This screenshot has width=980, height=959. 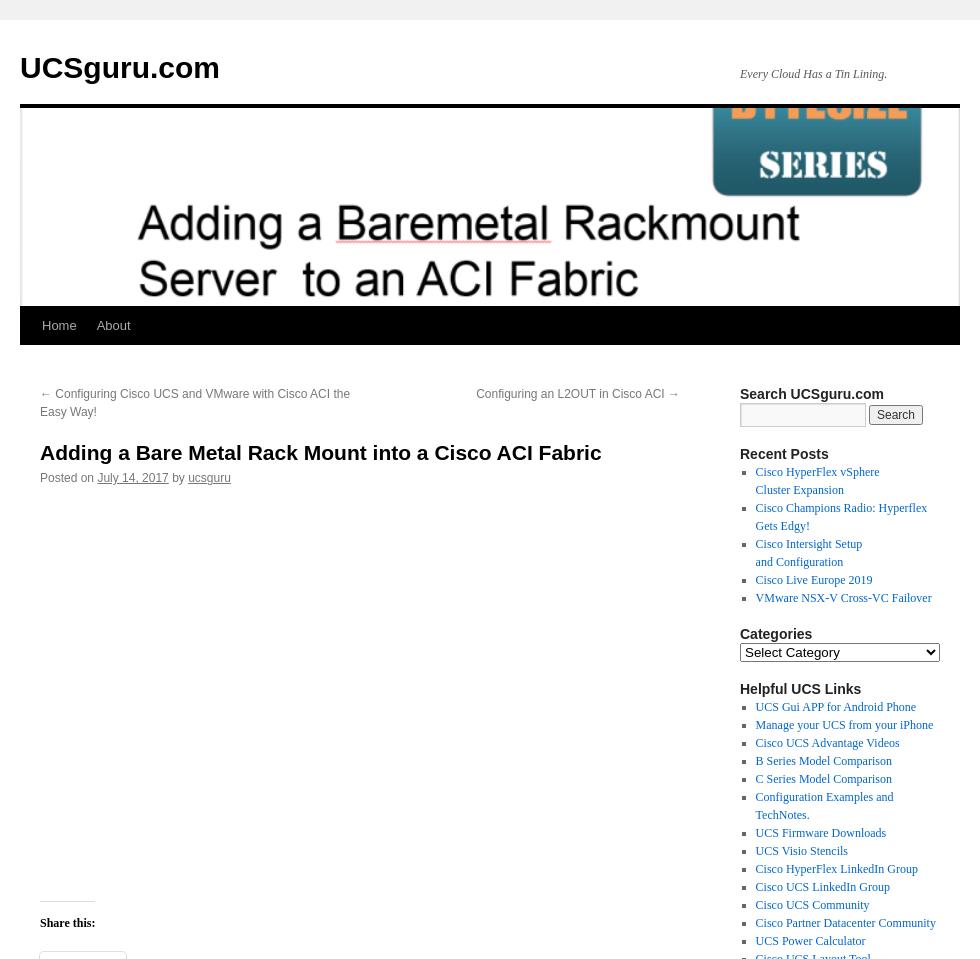 What do you see at coordinates (843, 724) in the screenshot?
I see `'Manage your UCS from your iPhone'` at bounding box center [843, 724].